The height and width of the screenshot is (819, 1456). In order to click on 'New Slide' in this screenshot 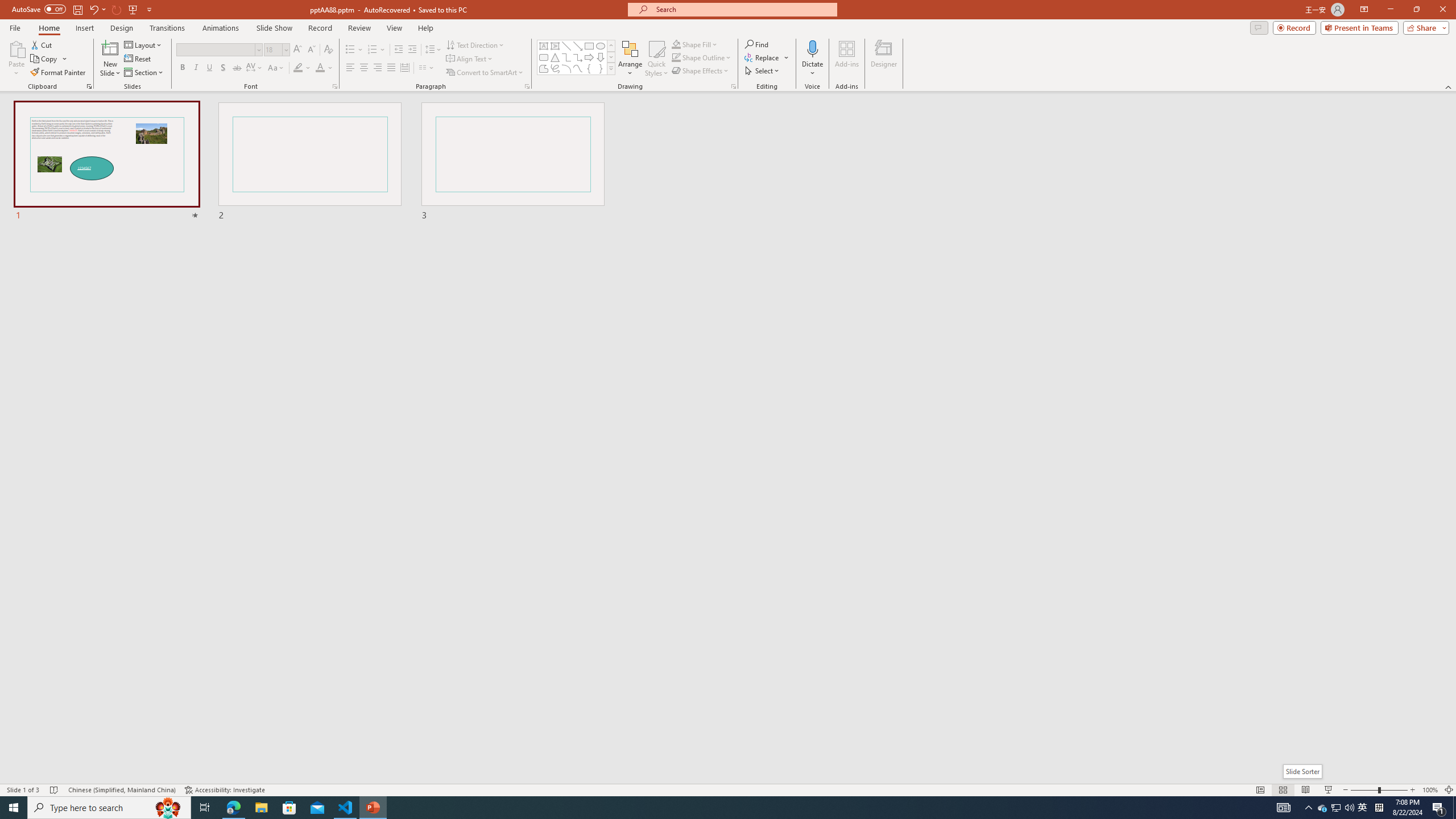, I will do `click(110, 48)`.